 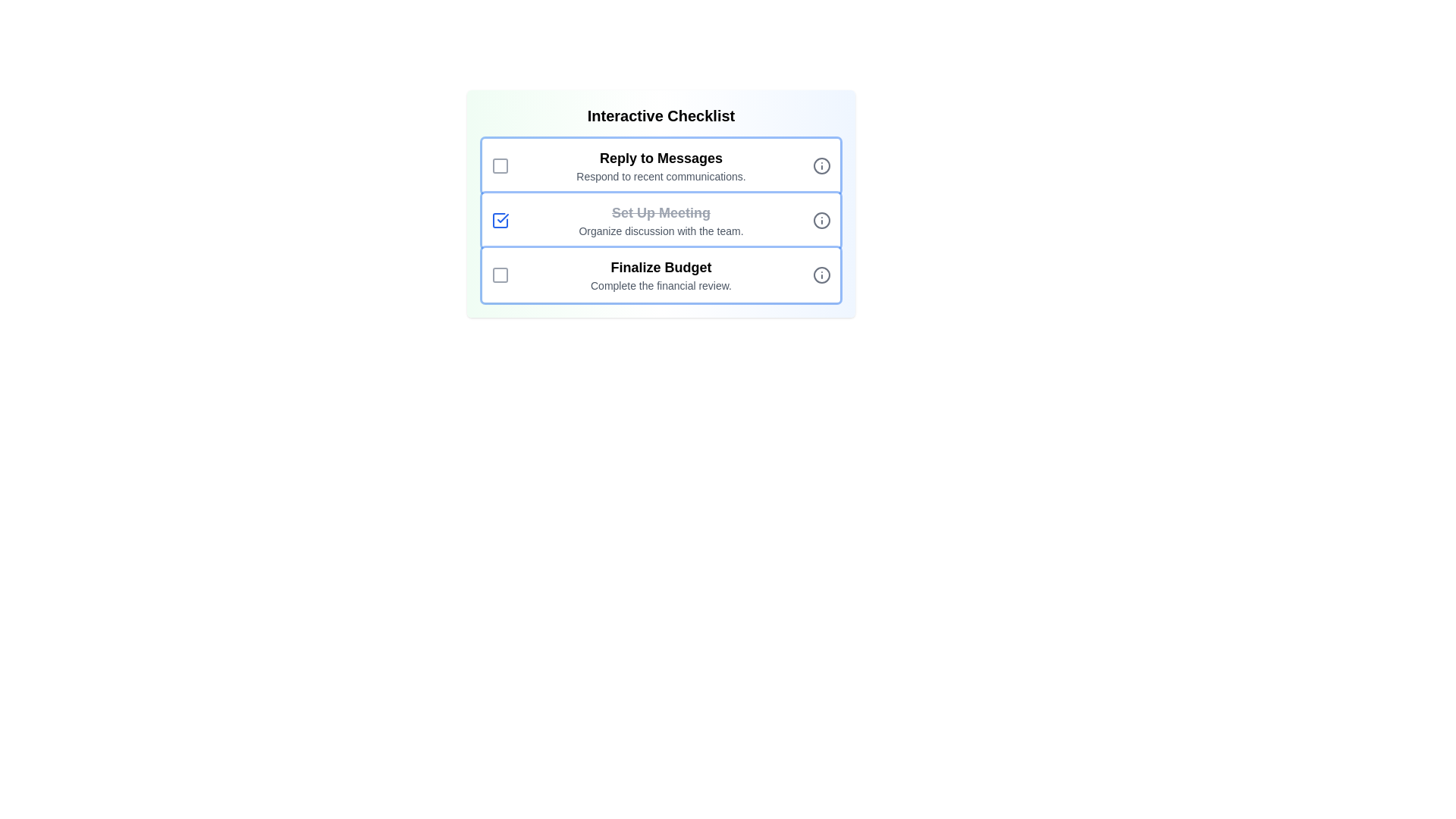 I want to click on the task title to view its details, so click(x=661, y=158).